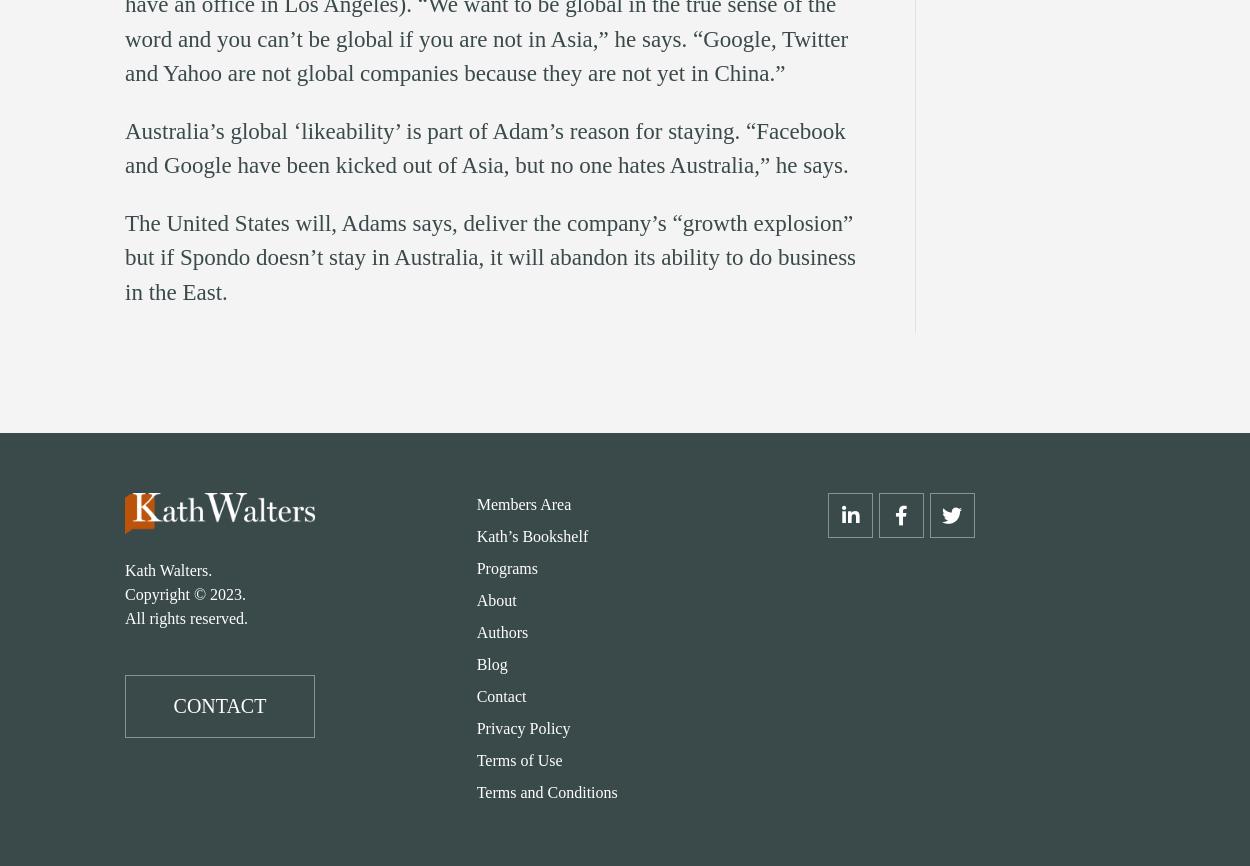 The image size is (1250, 866). What do you see at coordinates (506, 568) in the screenshot?
I see `'Programs'` at bounding box center [506, 568].